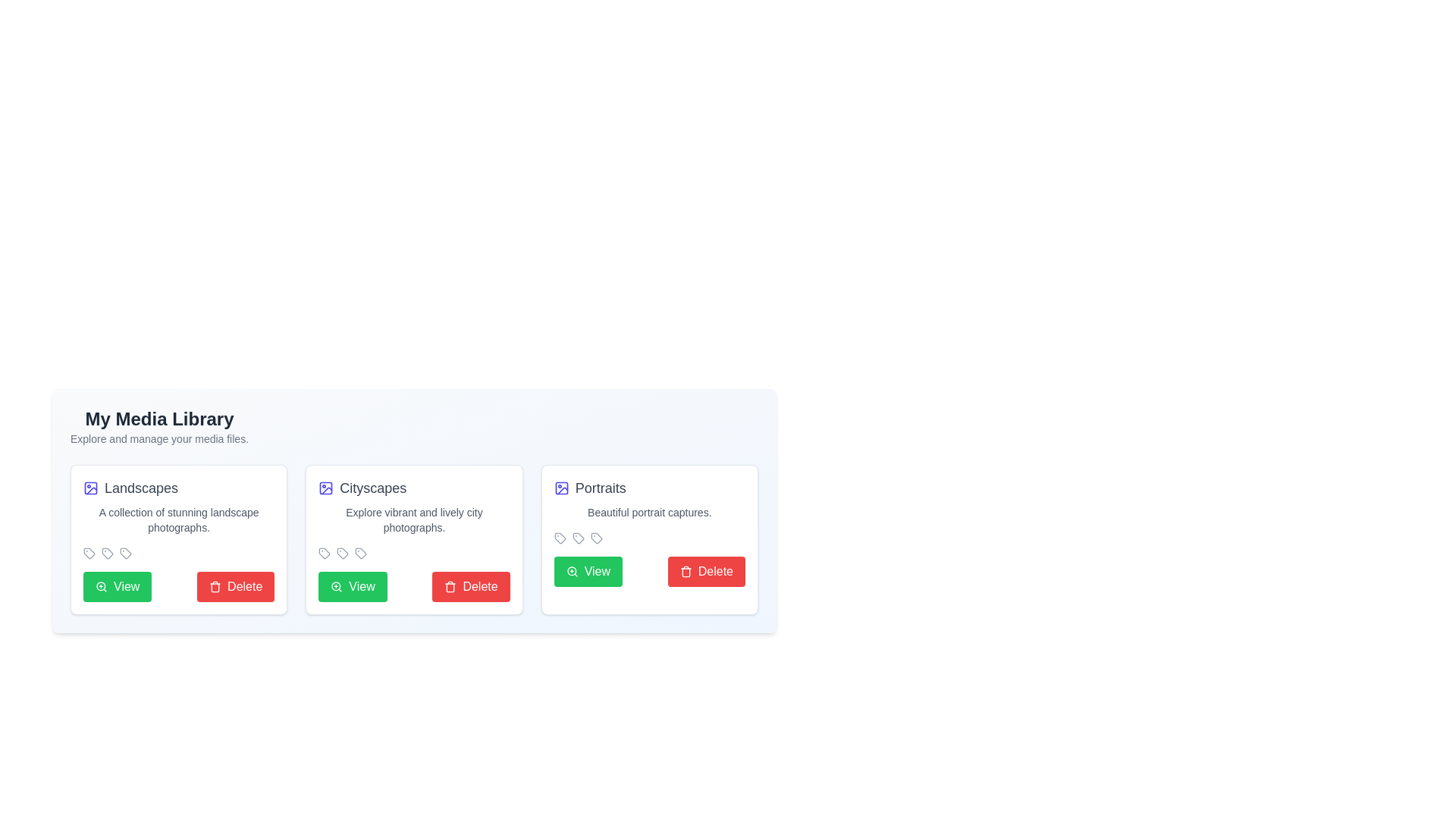 This screenshot has width=1456, height=819. I want to click on accessibility text label providing a brief description of the 'Landscapes' category, located within the first card of the media categories grid, below the title 'Landscapes', so click(179, 519).